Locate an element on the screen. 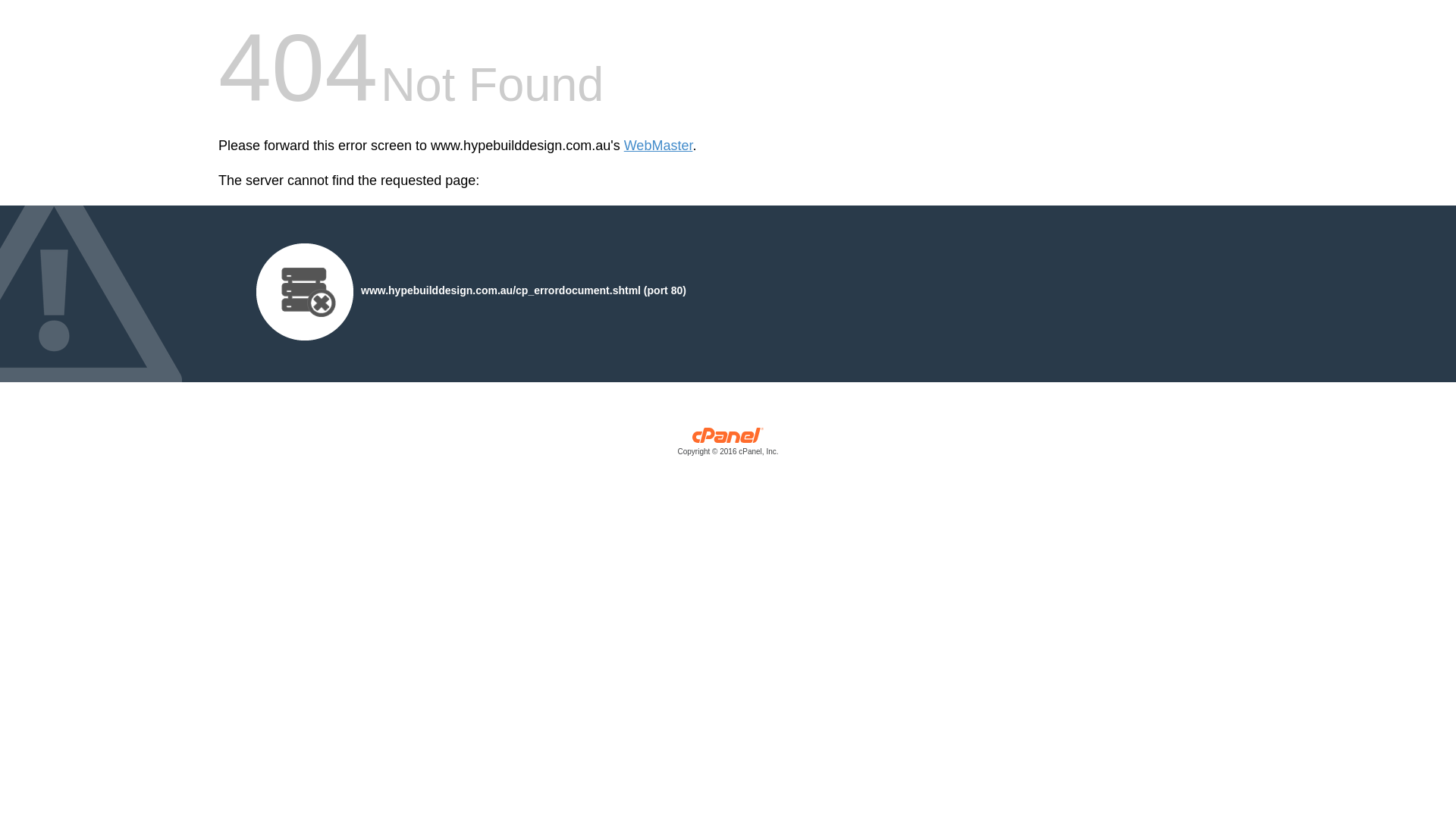 Image resolution: width=1456 pixels, height=819 pixels. 'WebMaster' is located at coordinates (658, 146).